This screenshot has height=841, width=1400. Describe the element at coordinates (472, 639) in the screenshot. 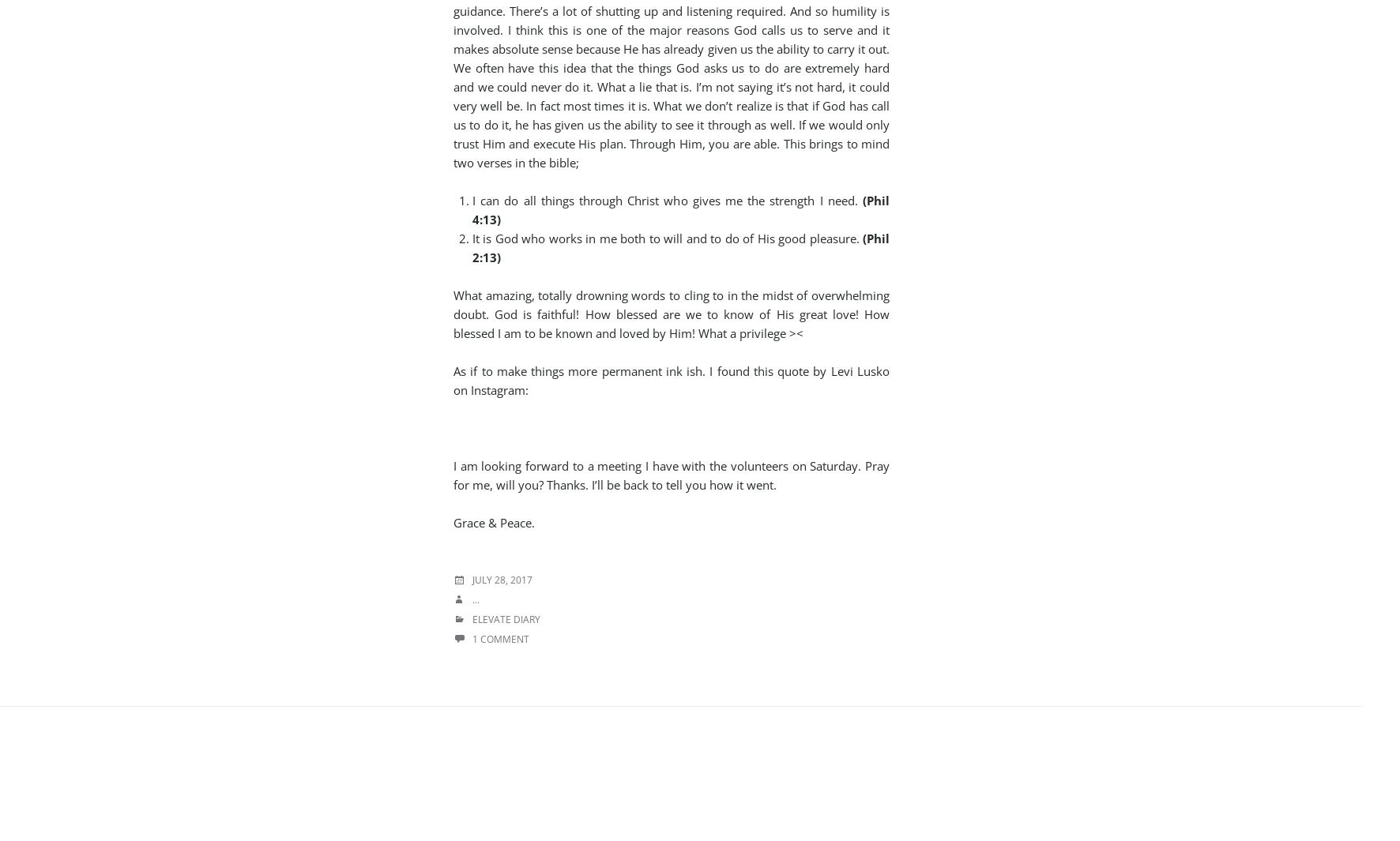

I see `'1 Comment'` at that location.